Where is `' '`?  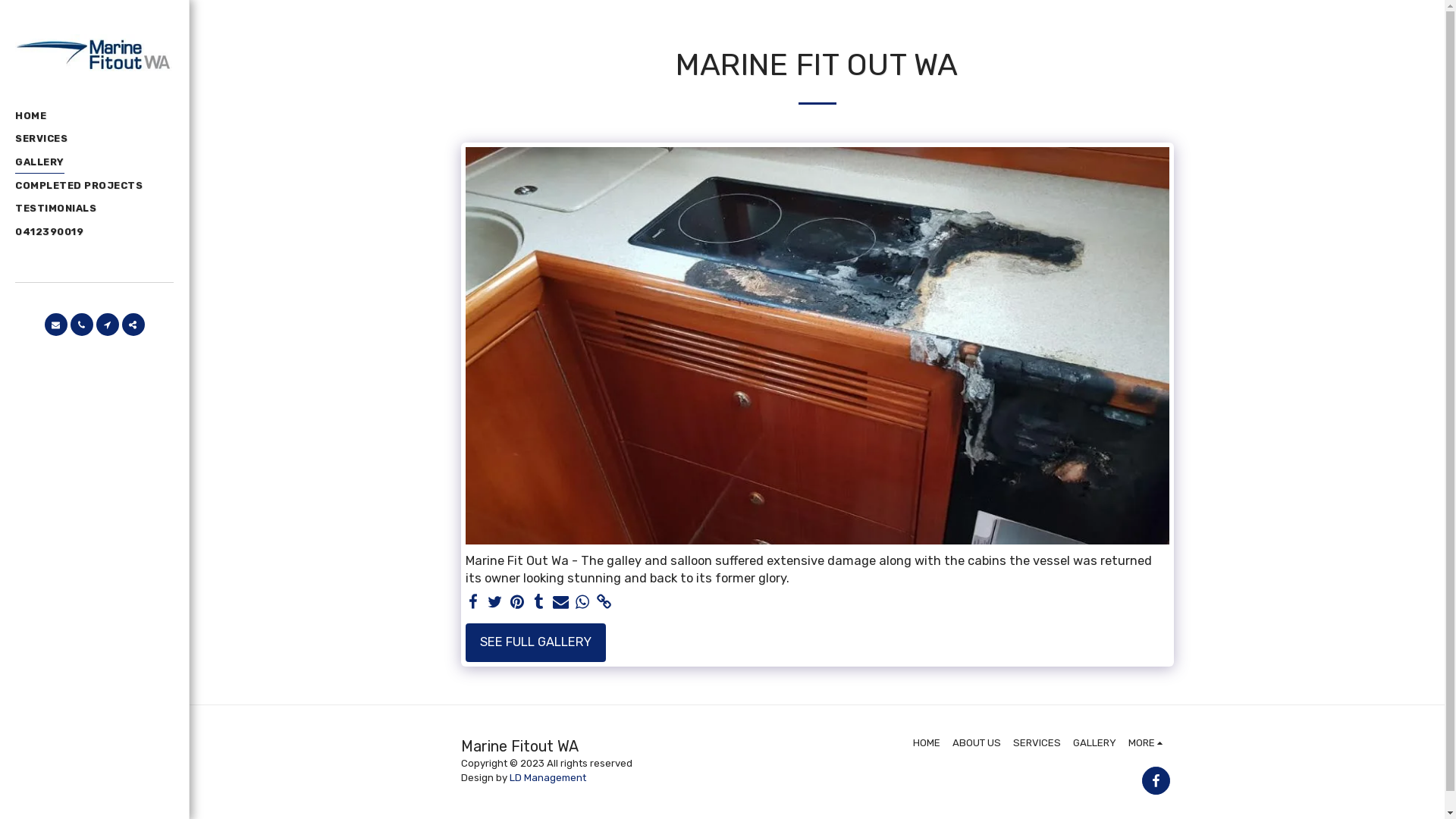 ' ' is located at coordinates (80, 324).